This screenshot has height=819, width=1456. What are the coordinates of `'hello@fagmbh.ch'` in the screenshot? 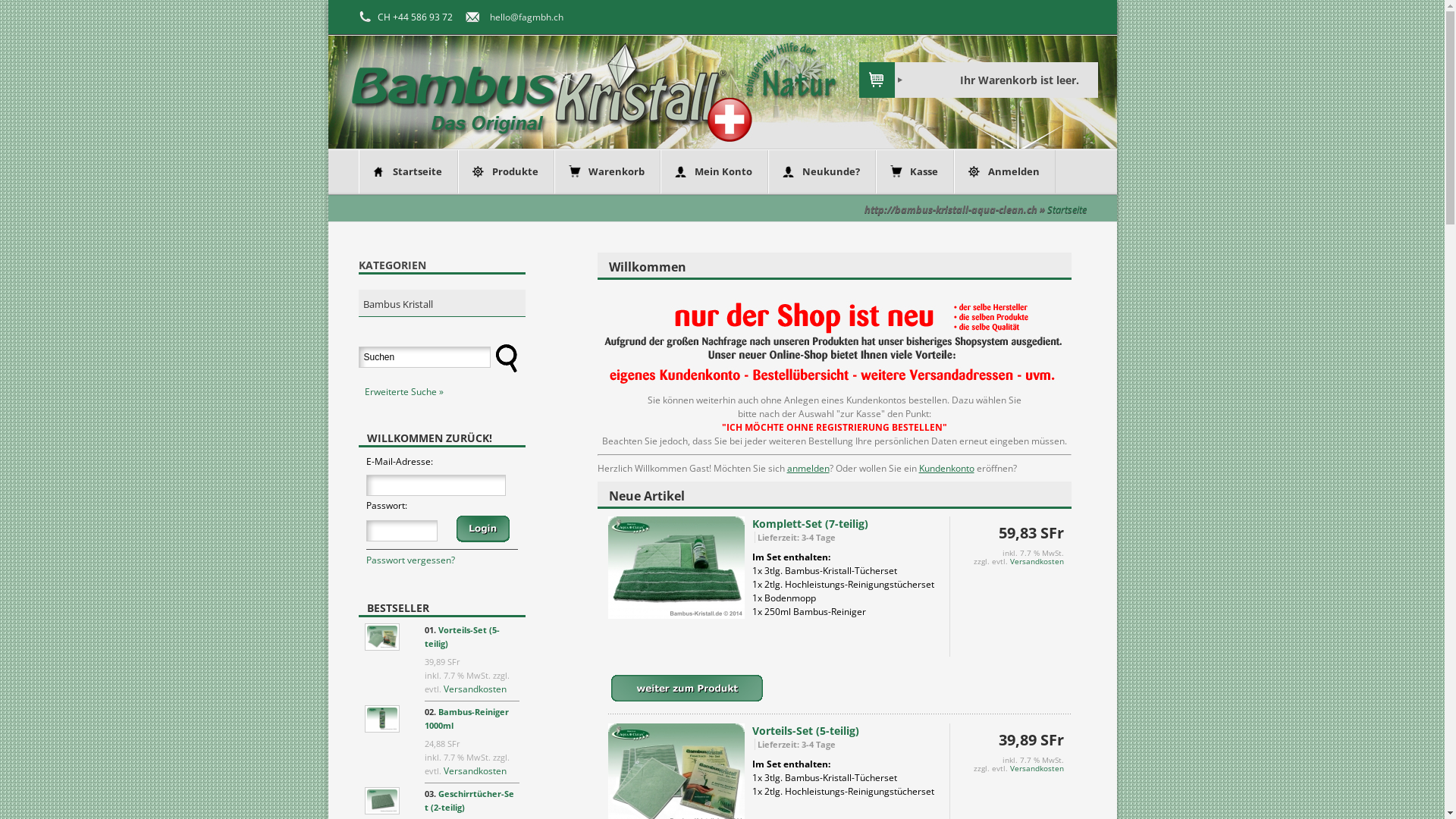 It's located at (526, 17).